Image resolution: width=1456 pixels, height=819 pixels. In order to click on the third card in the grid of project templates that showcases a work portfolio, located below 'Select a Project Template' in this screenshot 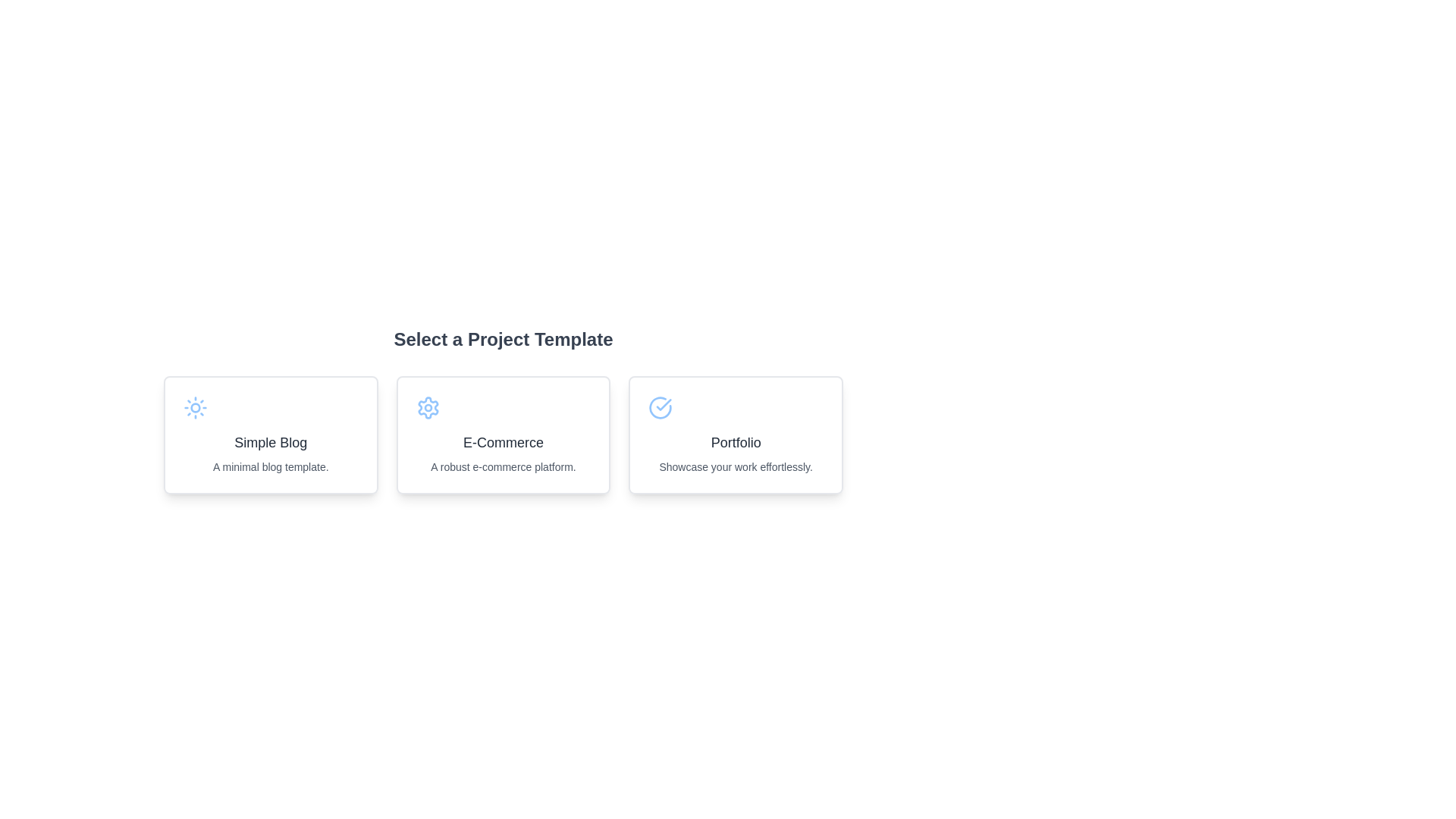, I will do `click(736, 435)`.